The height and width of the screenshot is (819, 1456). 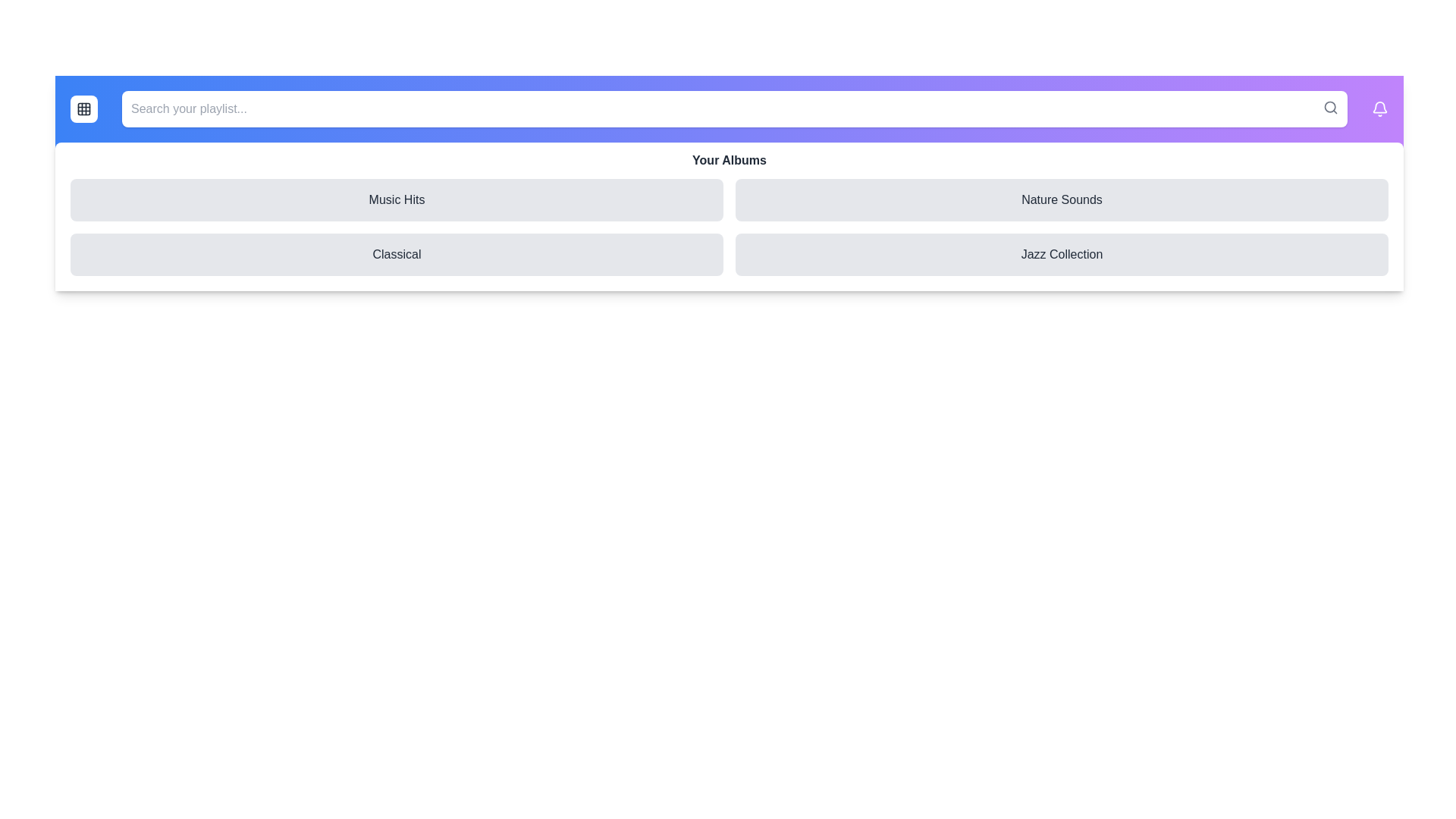 What do you see at coordinates (1061, 199) in the screenshot?
I see `the album item Nature Sounds from the menu` at bounding box center [1061, 199].